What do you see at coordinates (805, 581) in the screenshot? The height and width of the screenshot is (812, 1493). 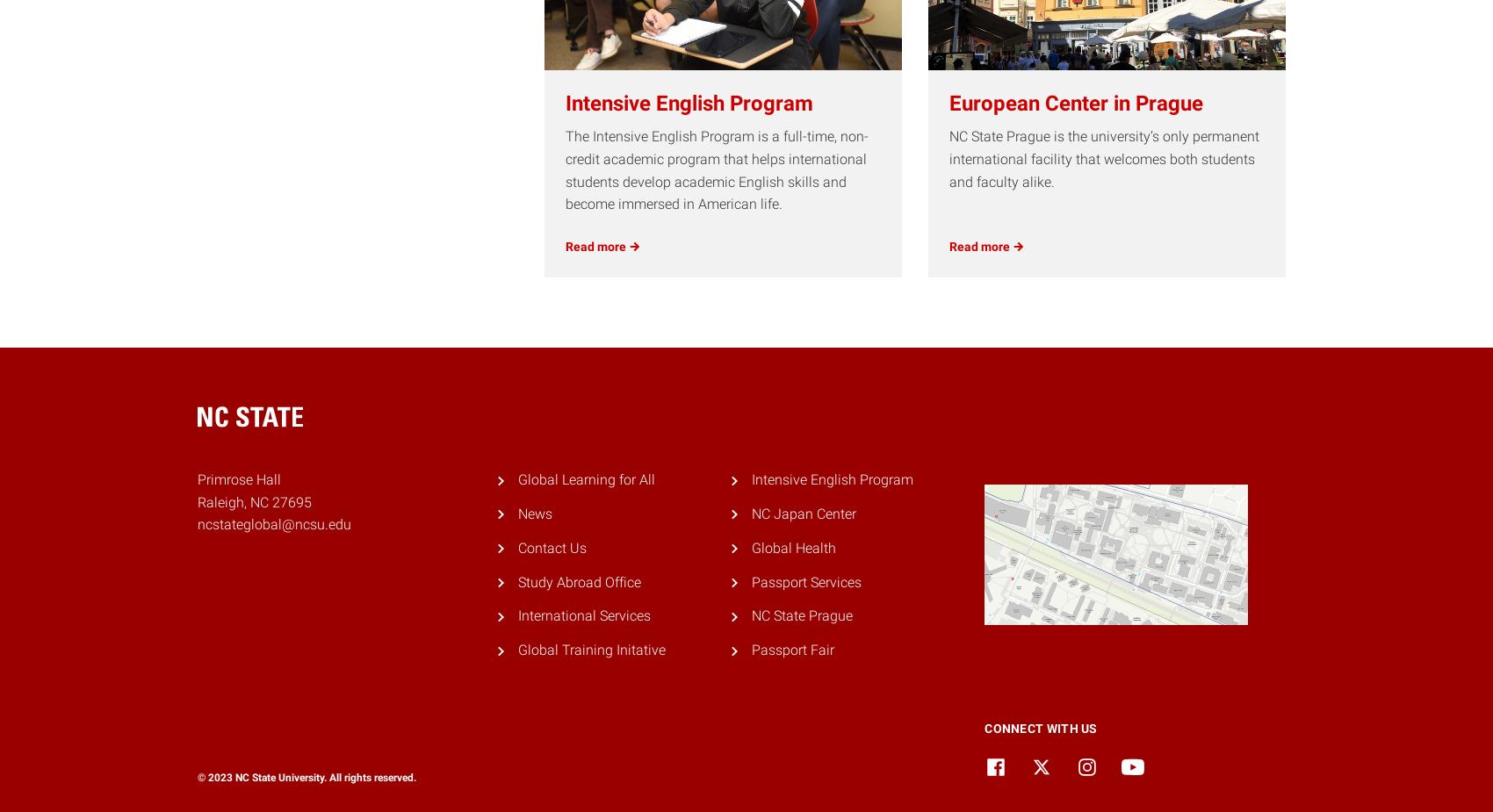 I see `'Passport Services'` at bounding box center [805, 581].